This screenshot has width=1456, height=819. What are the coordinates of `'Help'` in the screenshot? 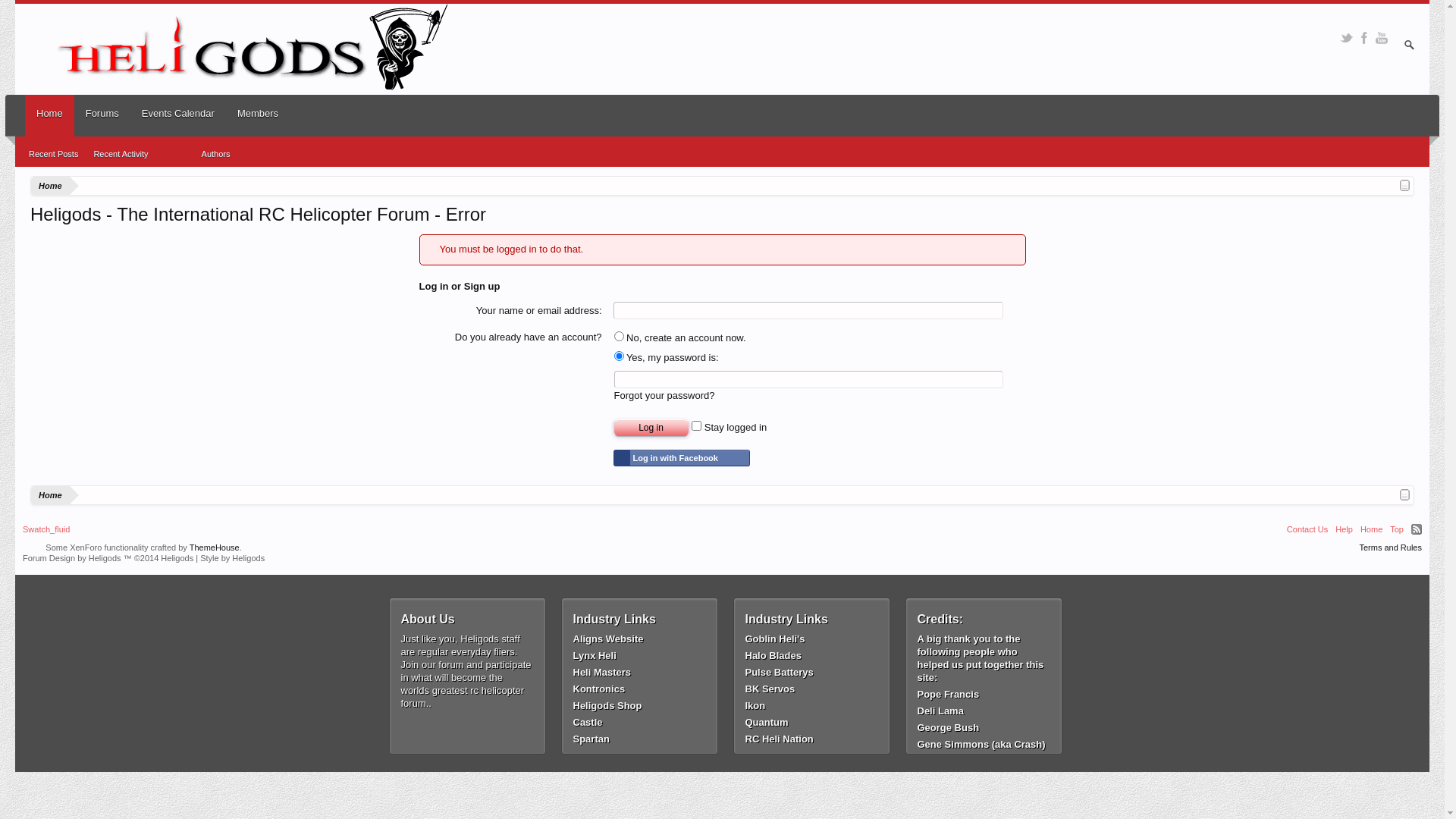 It's located at (1344, 529).